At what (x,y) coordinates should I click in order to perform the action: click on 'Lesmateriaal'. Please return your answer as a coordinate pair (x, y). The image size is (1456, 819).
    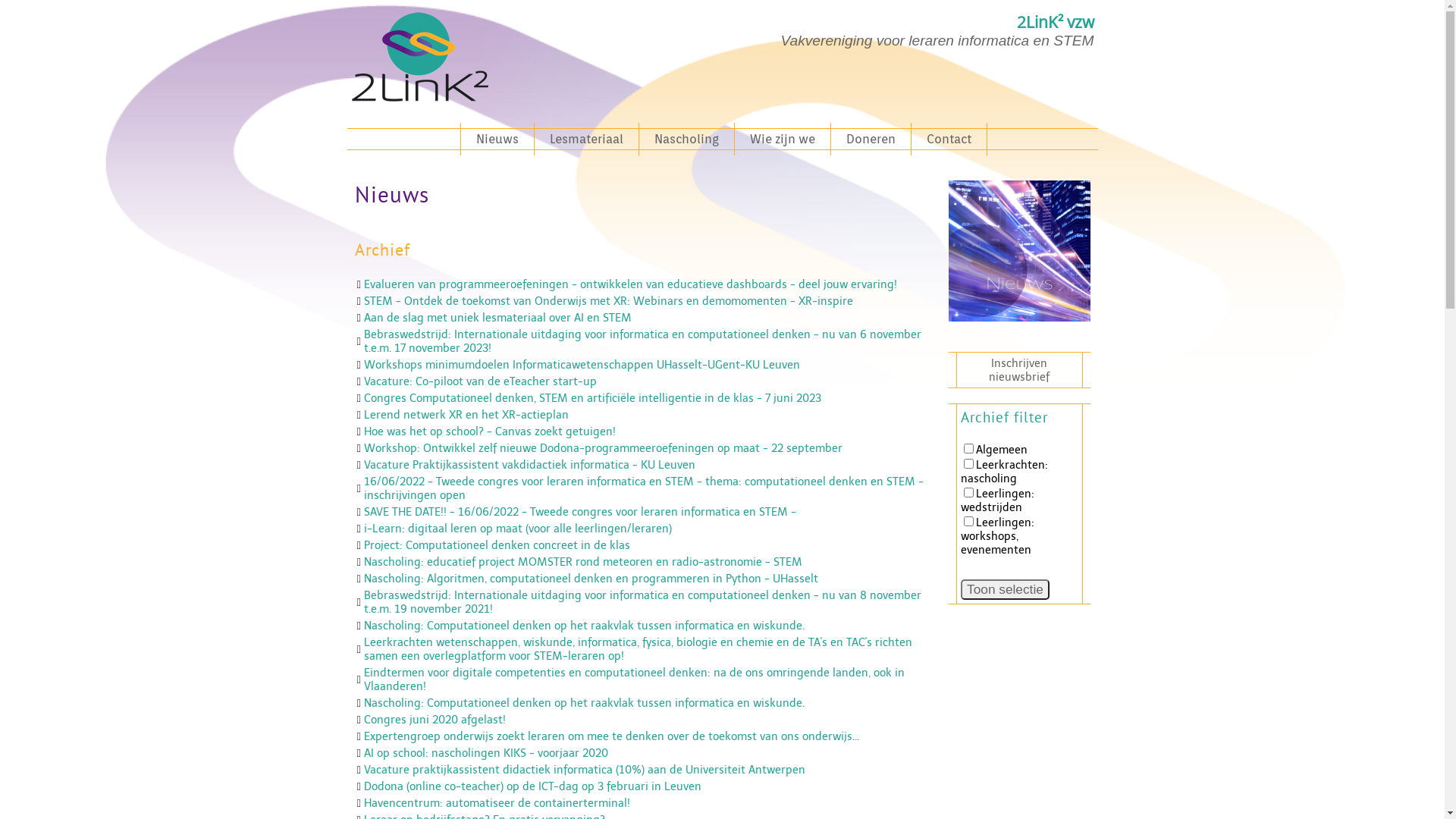
    Looking at the image, I should click on (585, 139).